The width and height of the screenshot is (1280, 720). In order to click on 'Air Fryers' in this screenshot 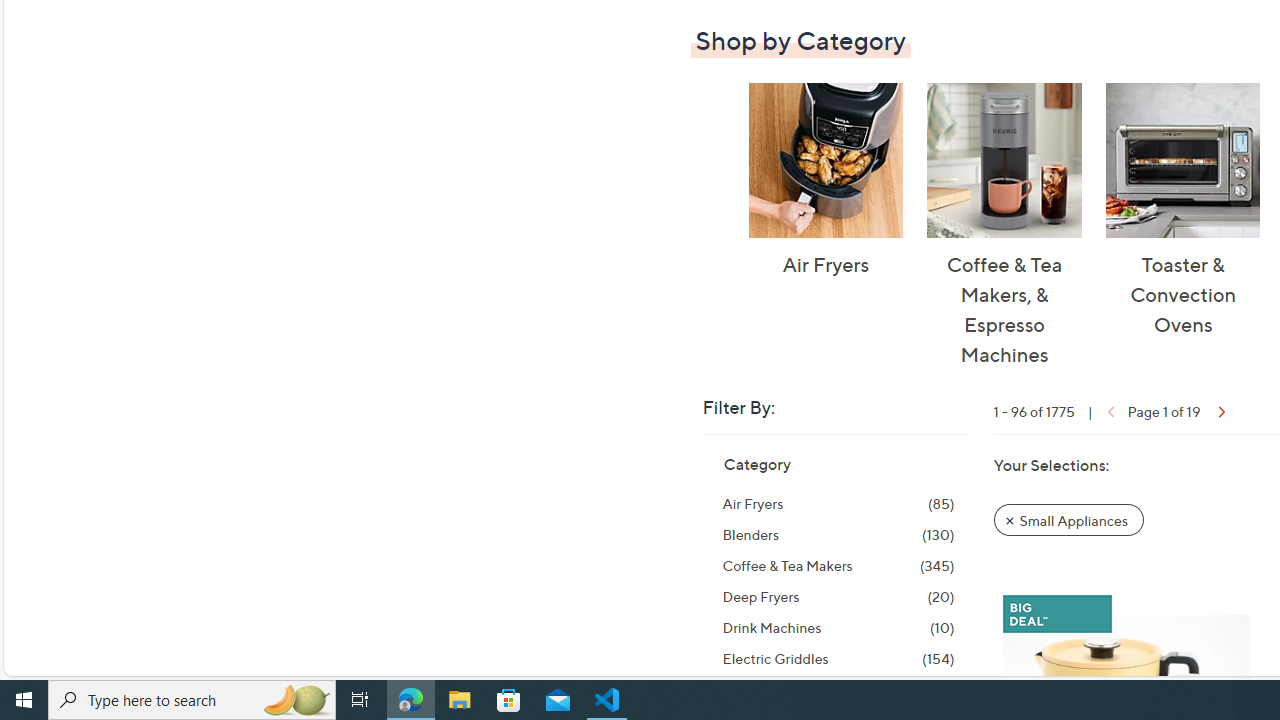, I will do `click(825, 159)`.